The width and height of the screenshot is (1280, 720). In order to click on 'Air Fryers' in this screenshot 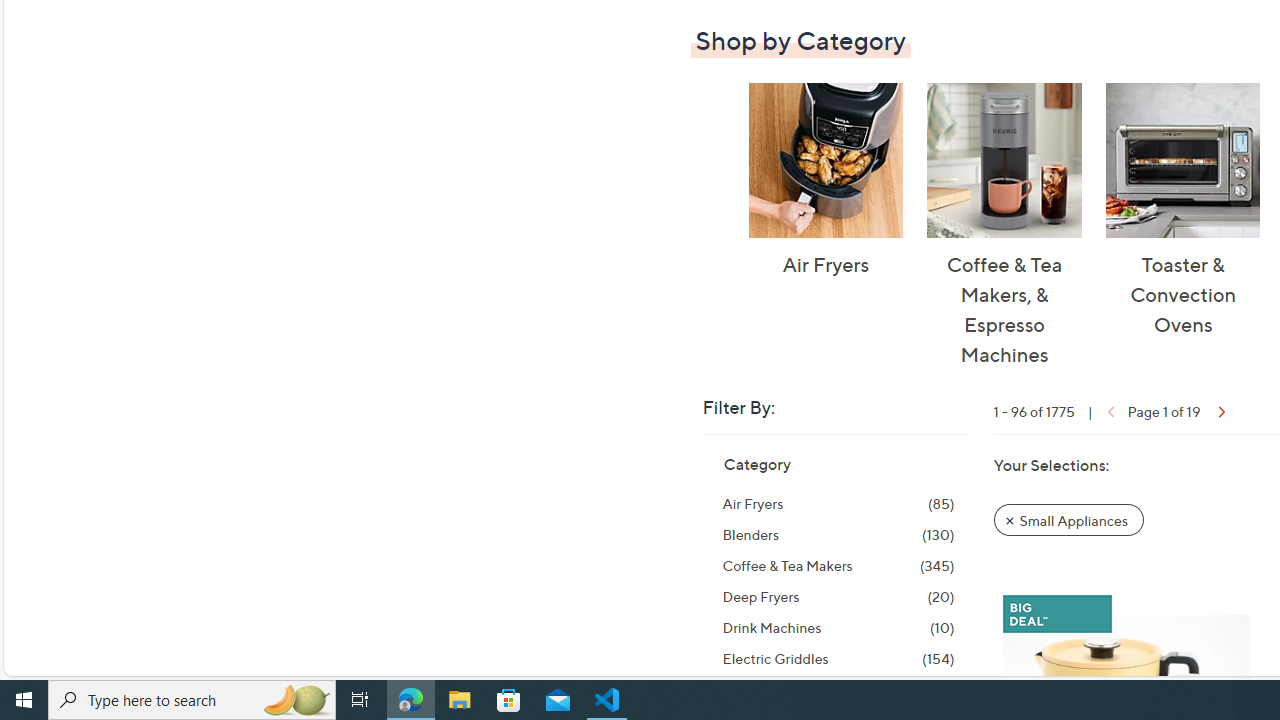, I will do `click(825, 159)`.